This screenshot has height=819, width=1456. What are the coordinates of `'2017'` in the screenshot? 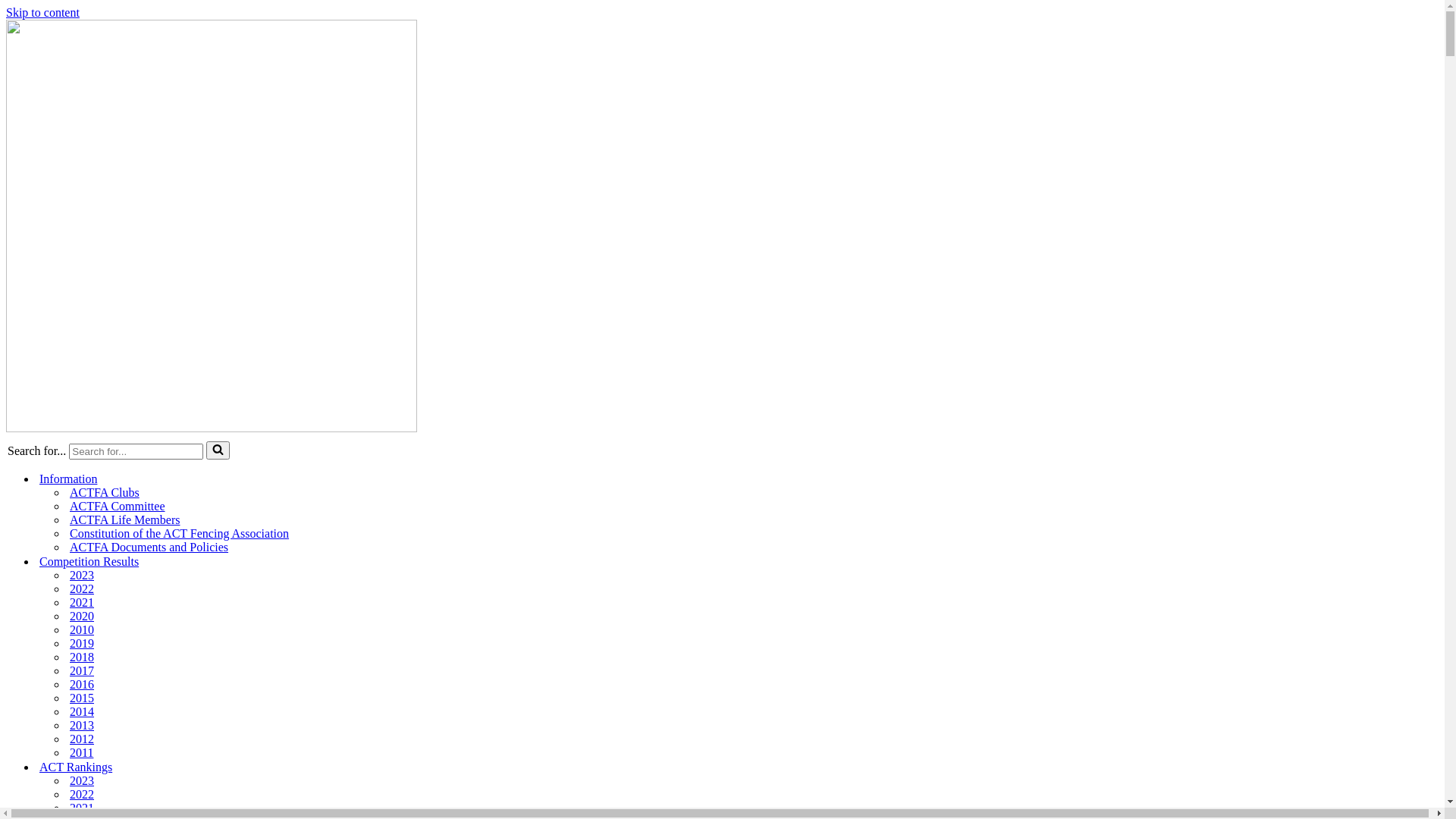 It's located at (81, 670).